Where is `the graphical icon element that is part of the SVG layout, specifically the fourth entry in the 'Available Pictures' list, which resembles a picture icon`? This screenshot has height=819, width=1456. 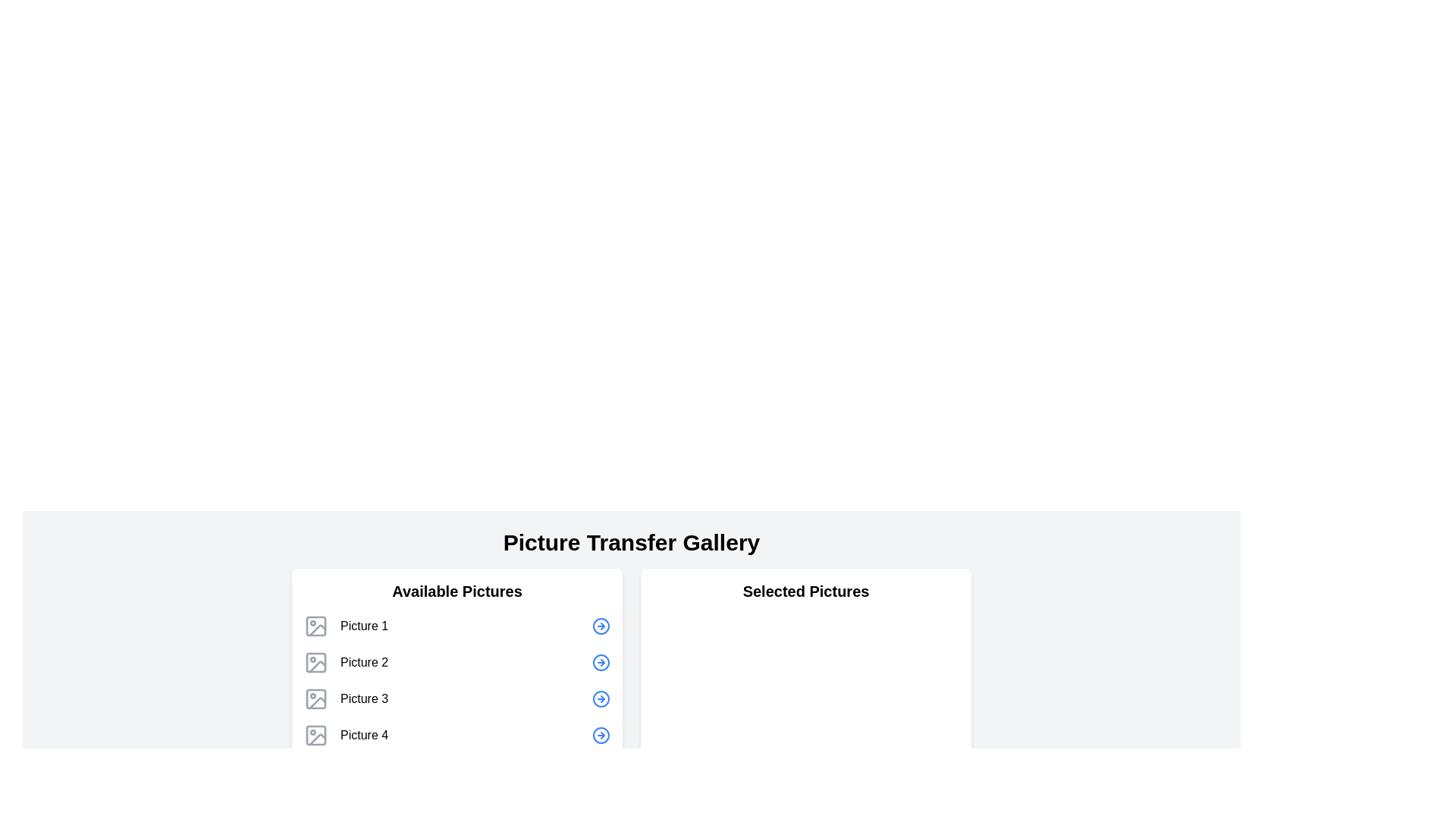 the graphical icon element that is part of the SVG layout, specifically the fourth entry in the 'Available Pictures' list, which resembles a picture icon is located at coordinates (315, 734).